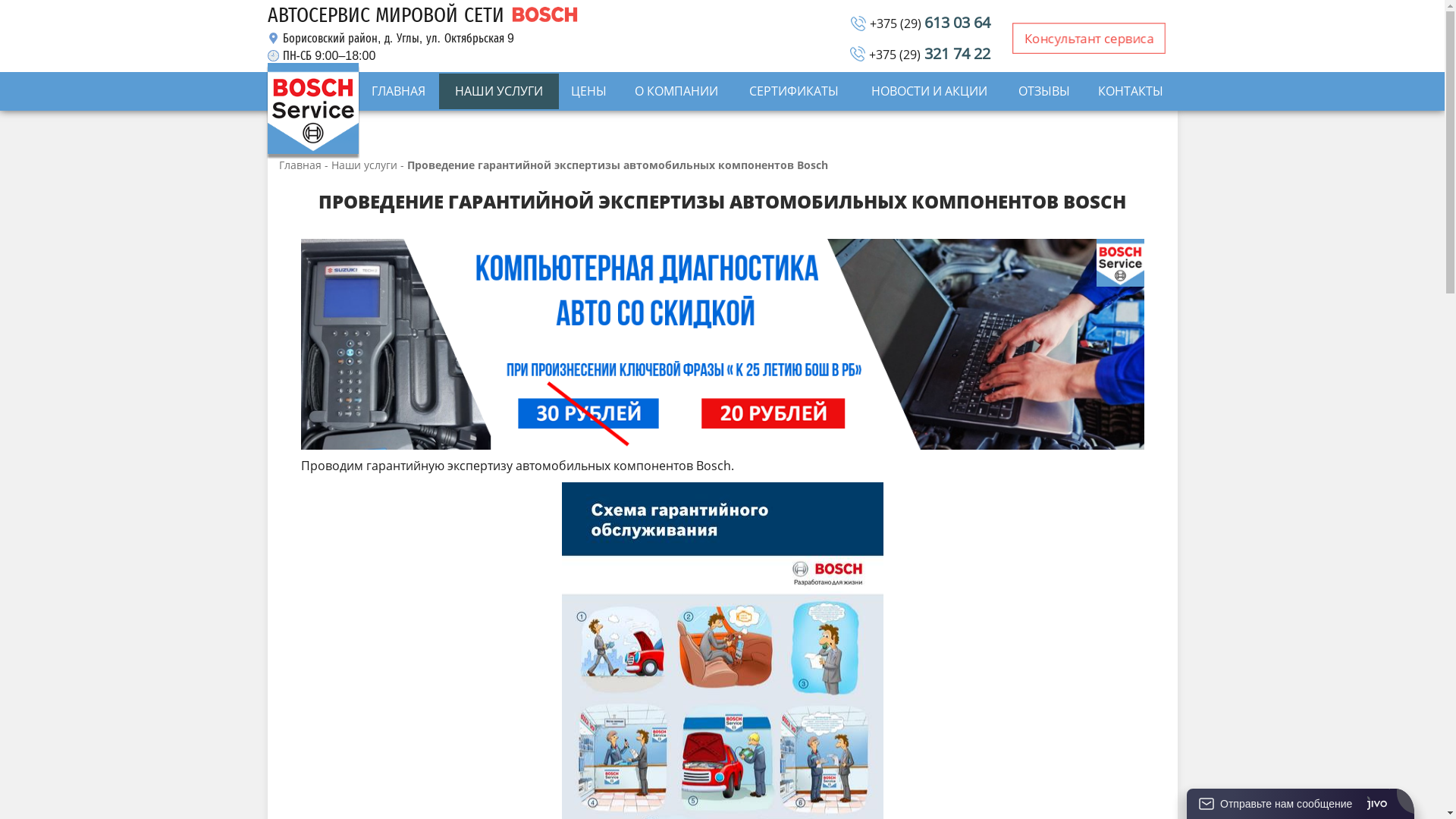 This screenshot has width=1456, height=819. What do you see at coordinates (928, 54) in the screenshot?
I see `'+375 (29) 321 74 22'` at bounding box center [928, 54].